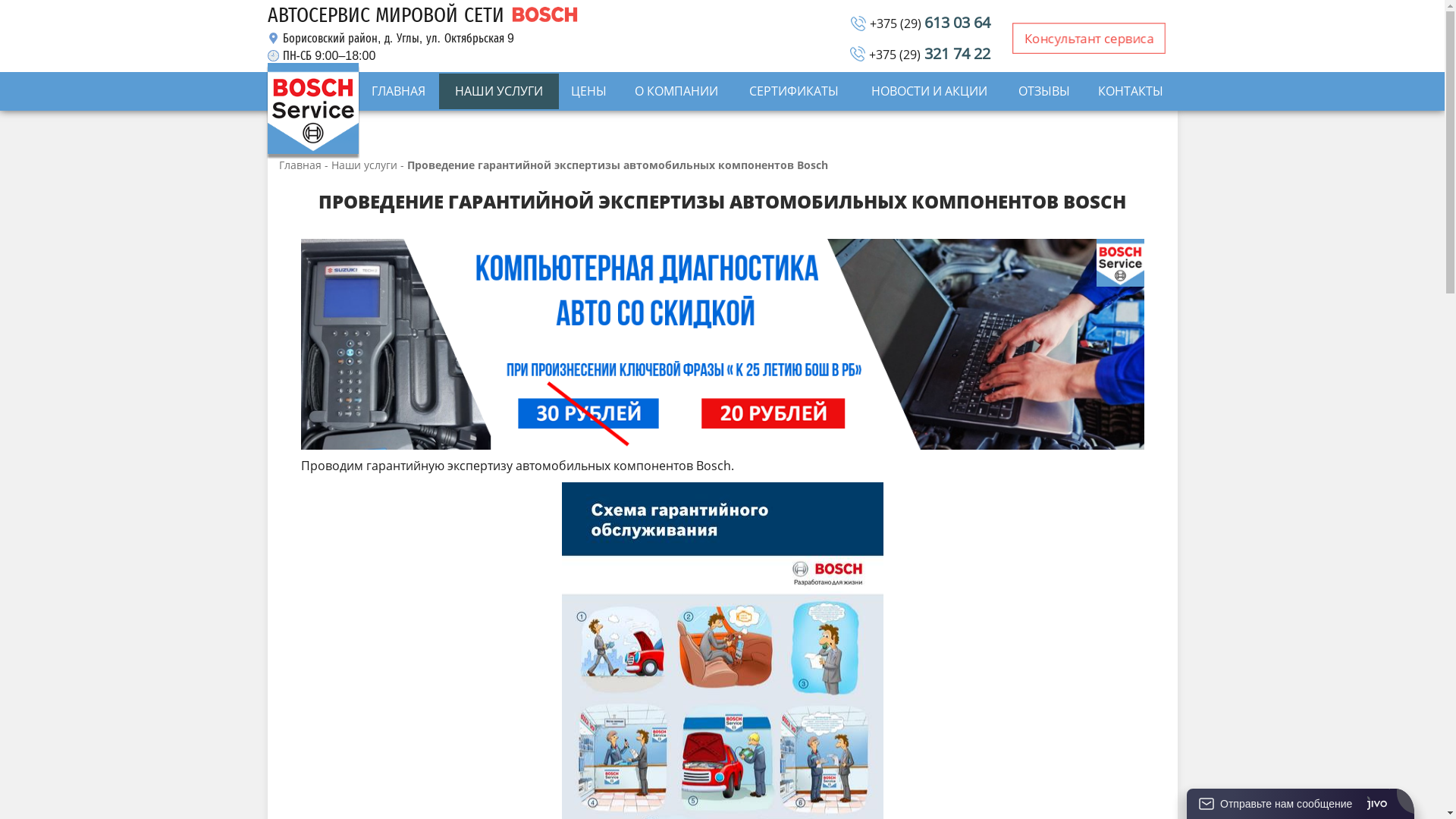 This screenshot has width=1456, height=819. What do you see at coordinates (928, 54) in the screenshot?
I see `'+375 (29) 321 74 22'` at bounding box center [928, 54].